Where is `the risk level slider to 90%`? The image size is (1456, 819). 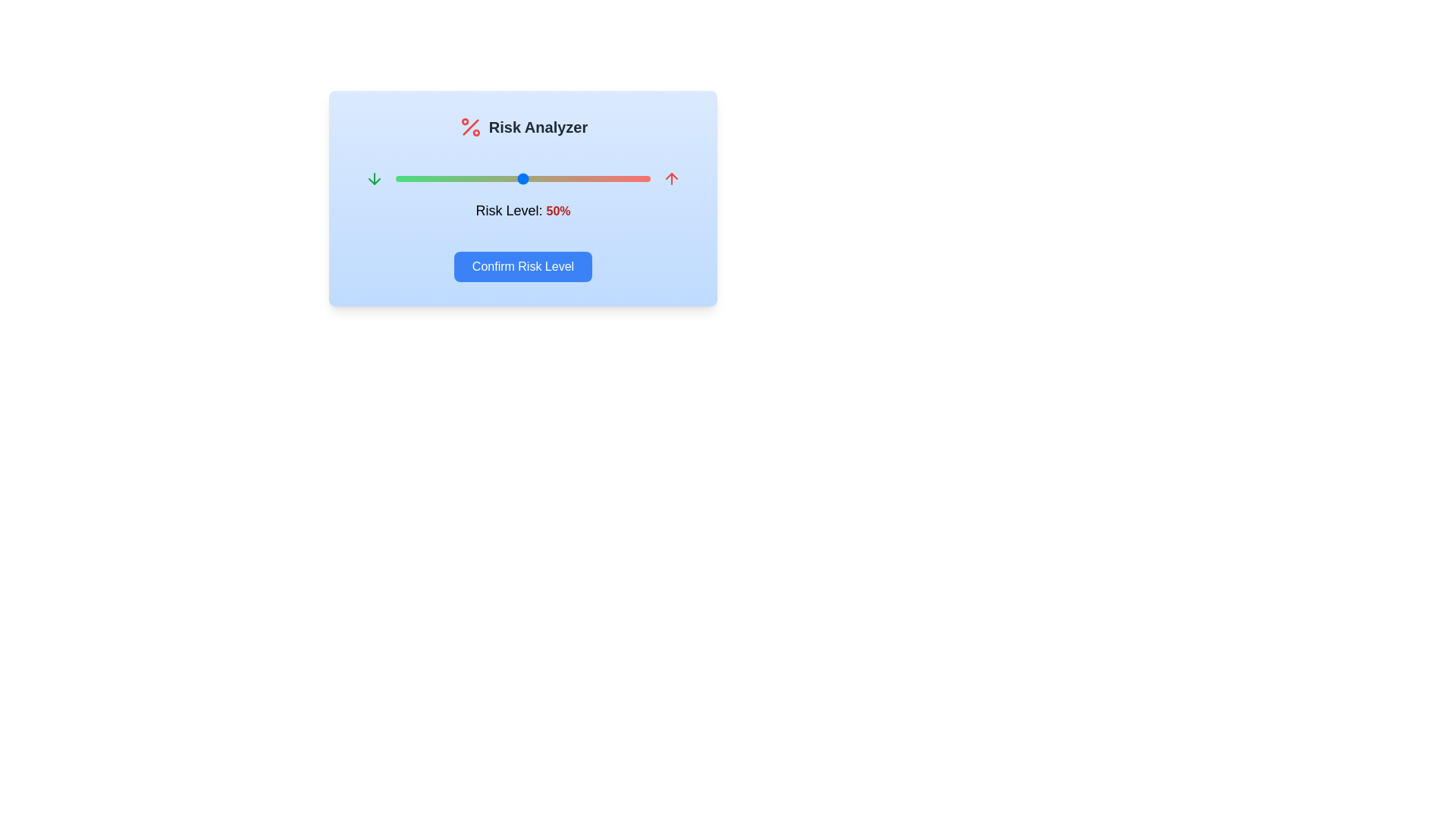 the risk level slider to 90% is located at coordinates (625, 177).